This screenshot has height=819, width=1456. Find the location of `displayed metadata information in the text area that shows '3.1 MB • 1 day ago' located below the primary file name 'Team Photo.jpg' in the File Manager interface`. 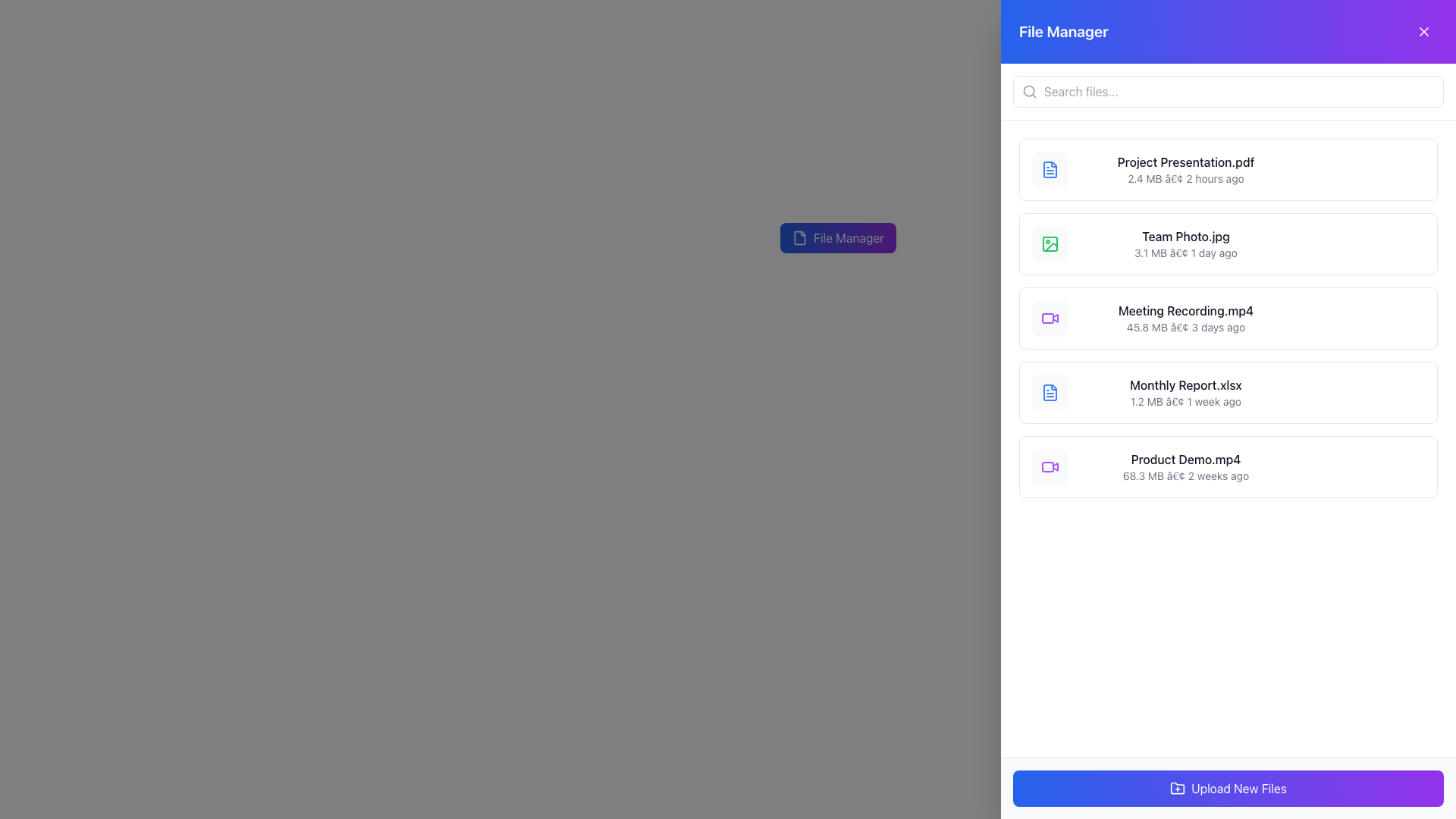

displayed metadata information in the text area that shows '3.1 MB • 1 day ago' located below the primary file name 'Team Photo.jpg' in the File Manager interface is located at coordinates (1185, 253).